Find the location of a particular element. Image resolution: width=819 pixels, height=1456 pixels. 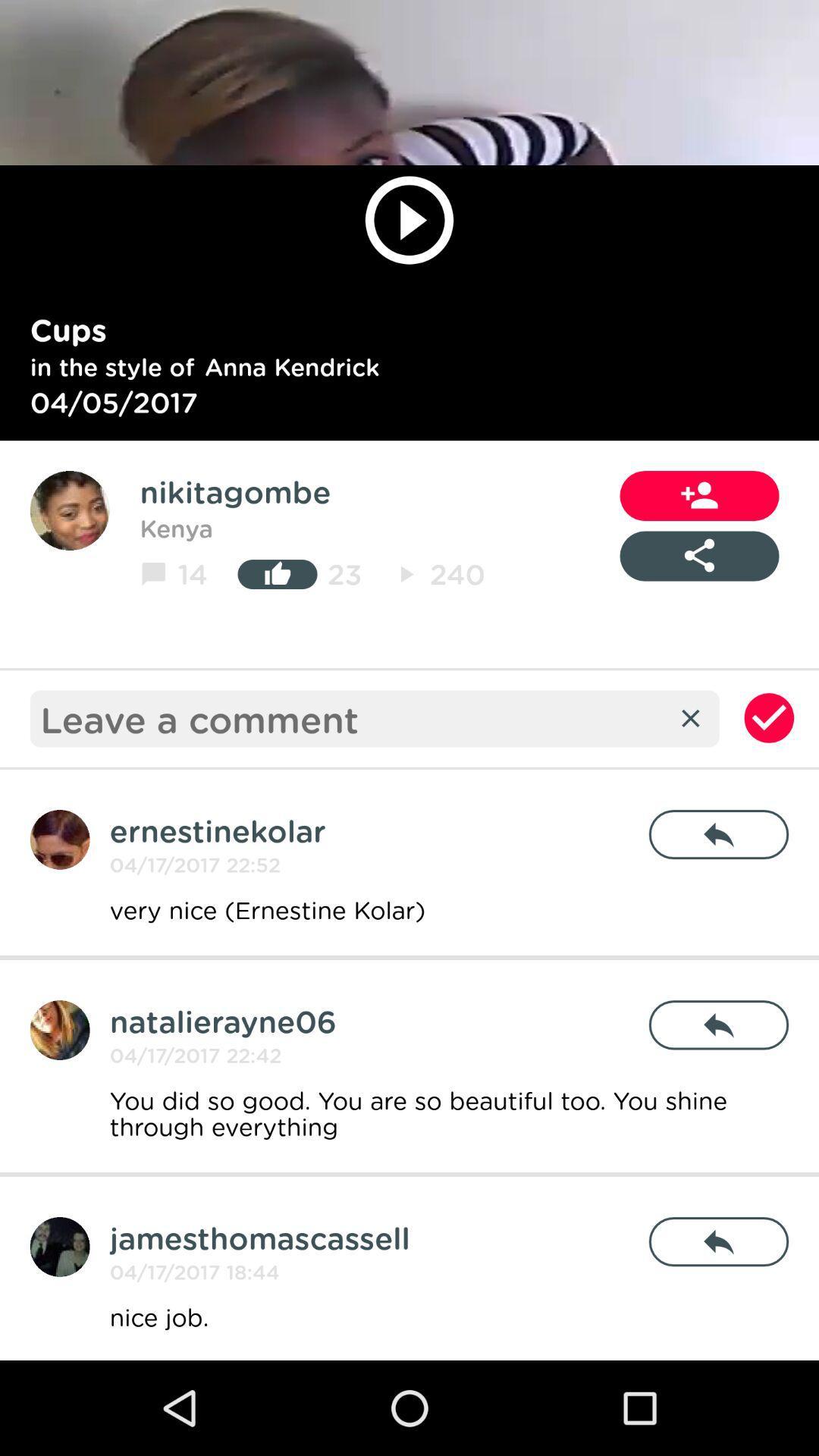

icon above nice job. is located at coordinates (718, 1241).